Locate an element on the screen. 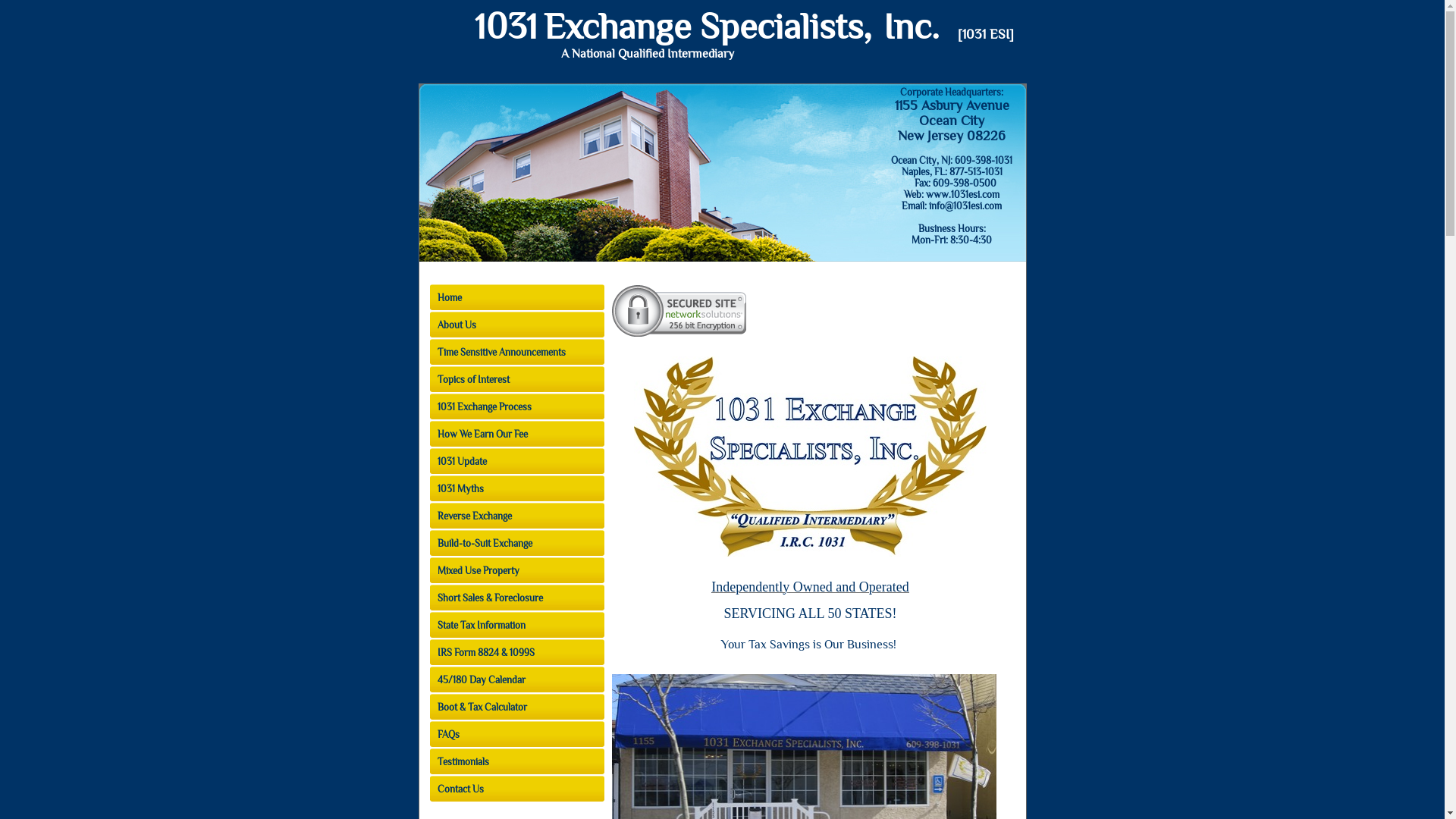 The width and height of the screenshot is (1456, 819). 'FAQs' is located at coordinates (428, 733).